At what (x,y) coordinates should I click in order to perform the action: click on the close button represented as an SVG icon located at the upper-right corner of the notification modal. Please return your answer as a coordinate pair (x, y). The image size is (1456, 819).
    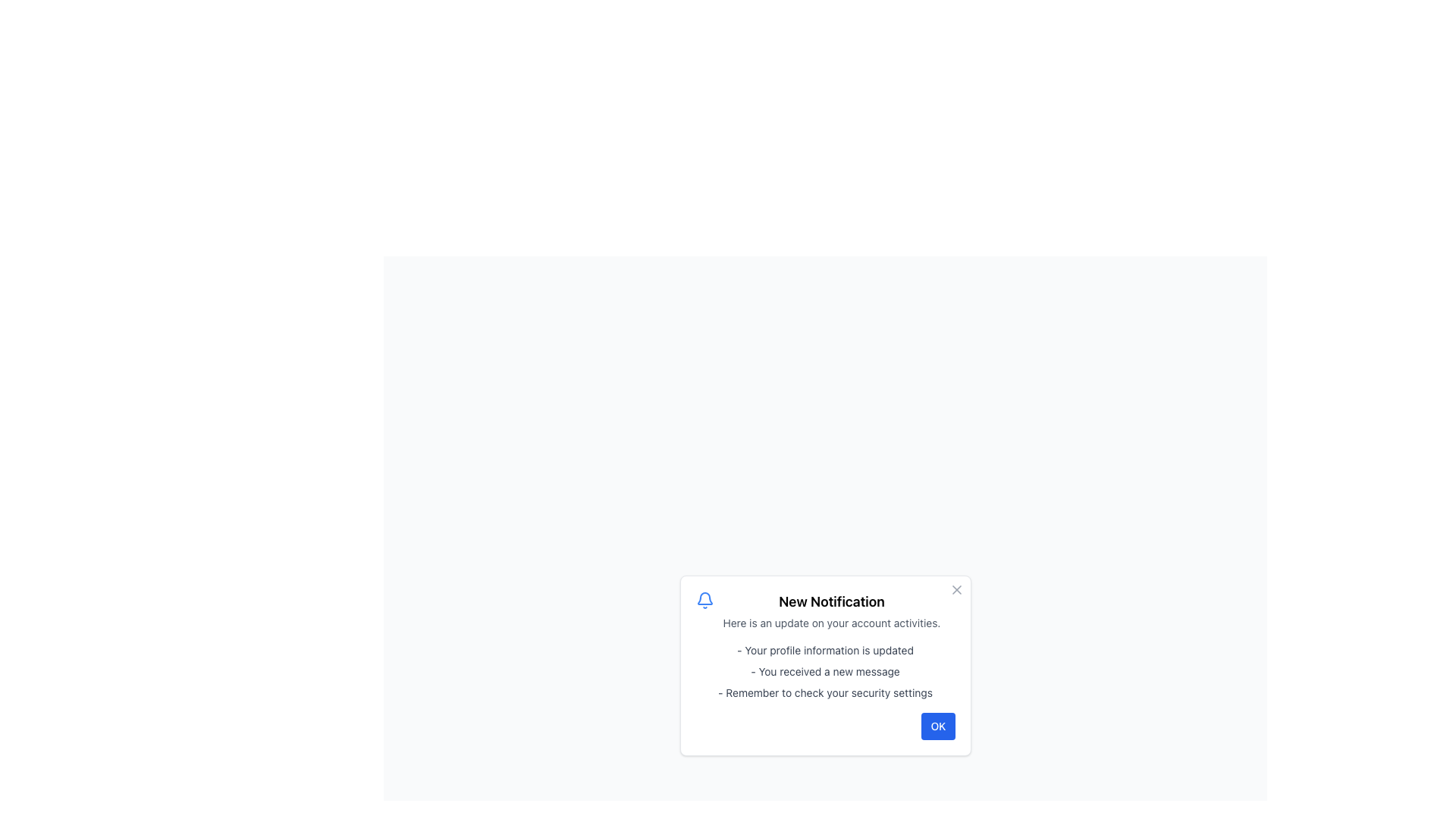
    Looking at the image, I should click on (955, 589).